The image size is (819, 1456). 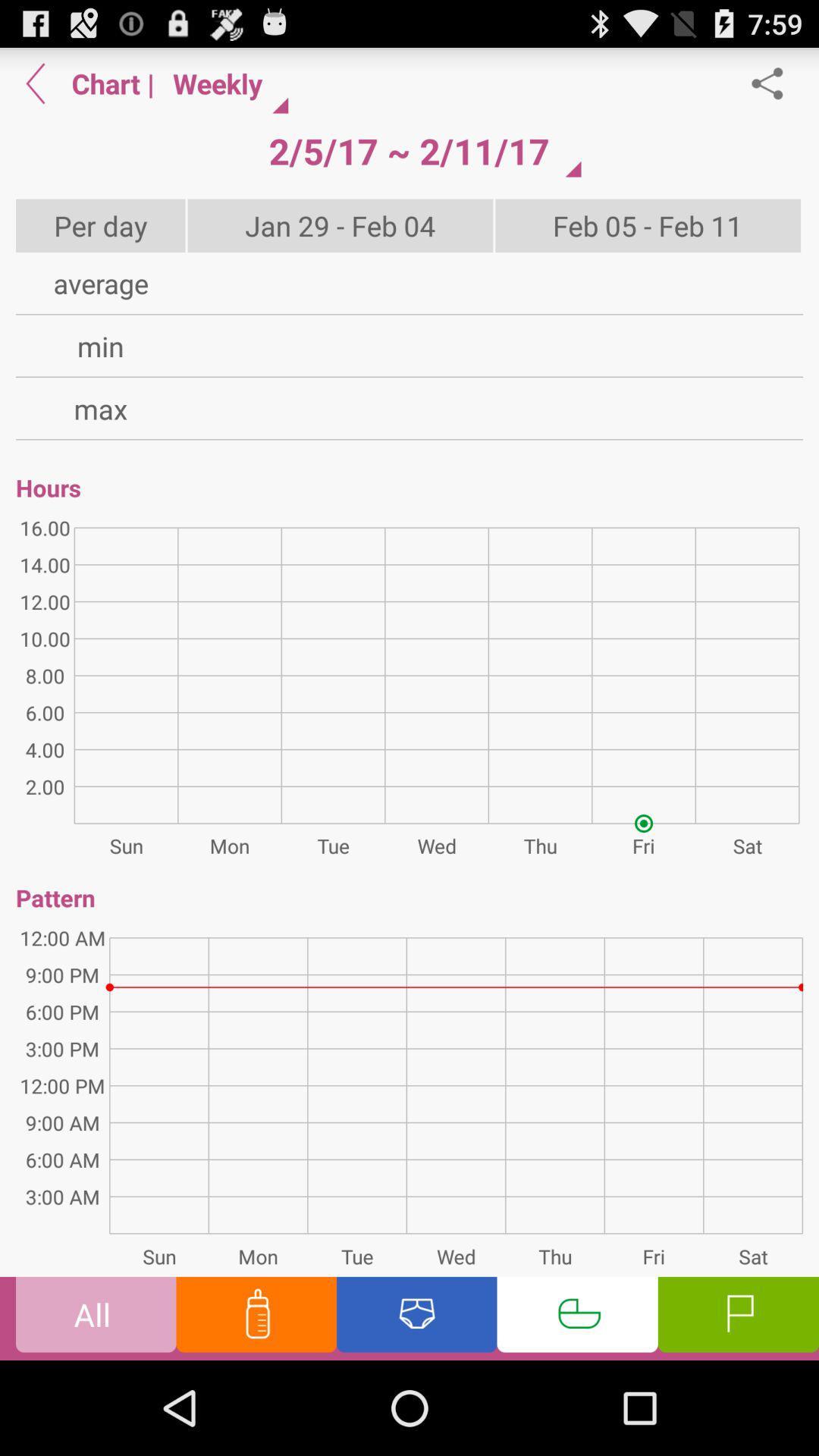 What do you see at coordinates (224, 83) in the screenshot?
I see `the weekly item` at bounding box center [224, 83].